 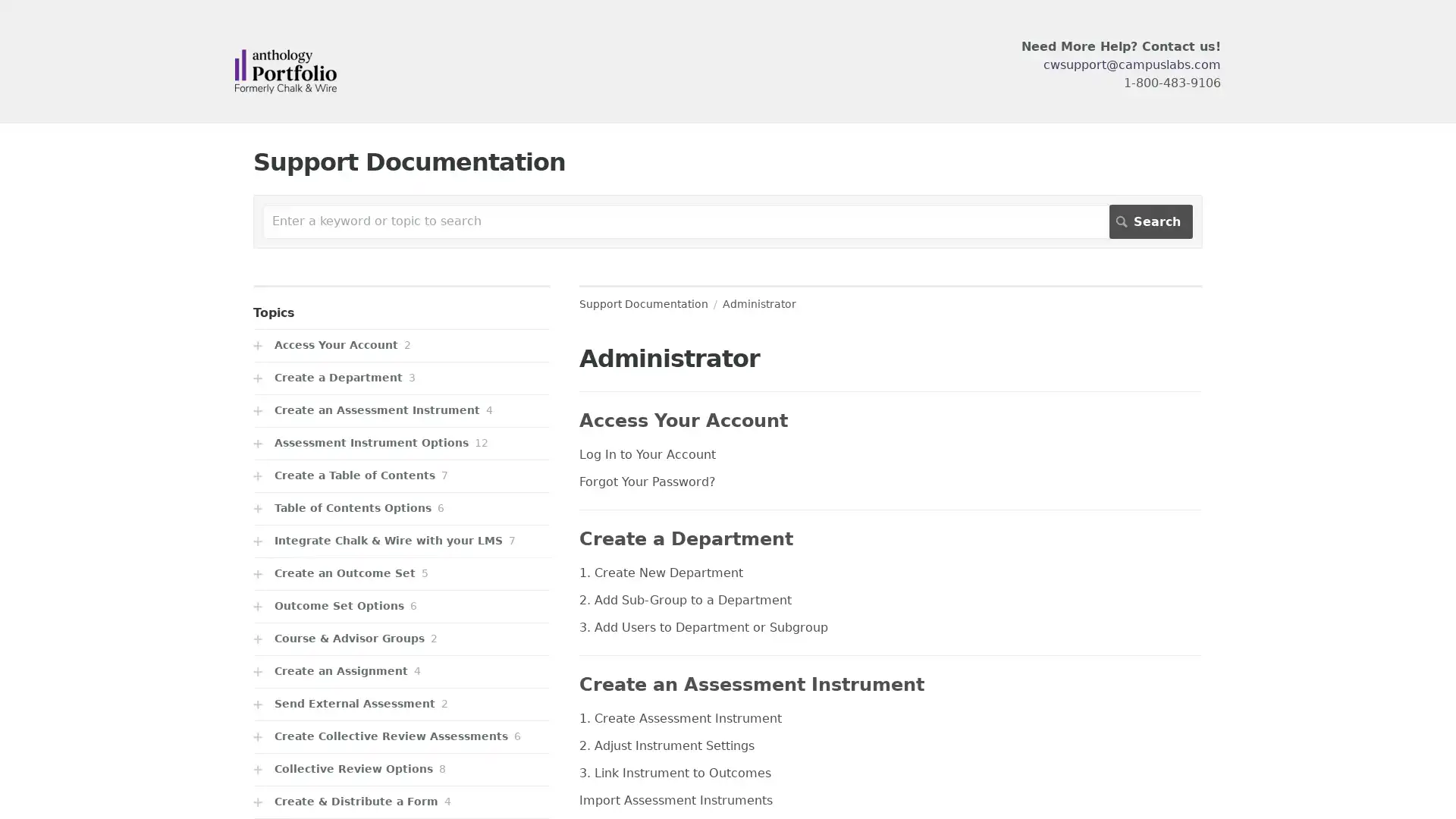 What do you see at coordinates (401, 475) in the screenshot?
I see `Create a Table of Contents 7` at bounding box center [401, 475].